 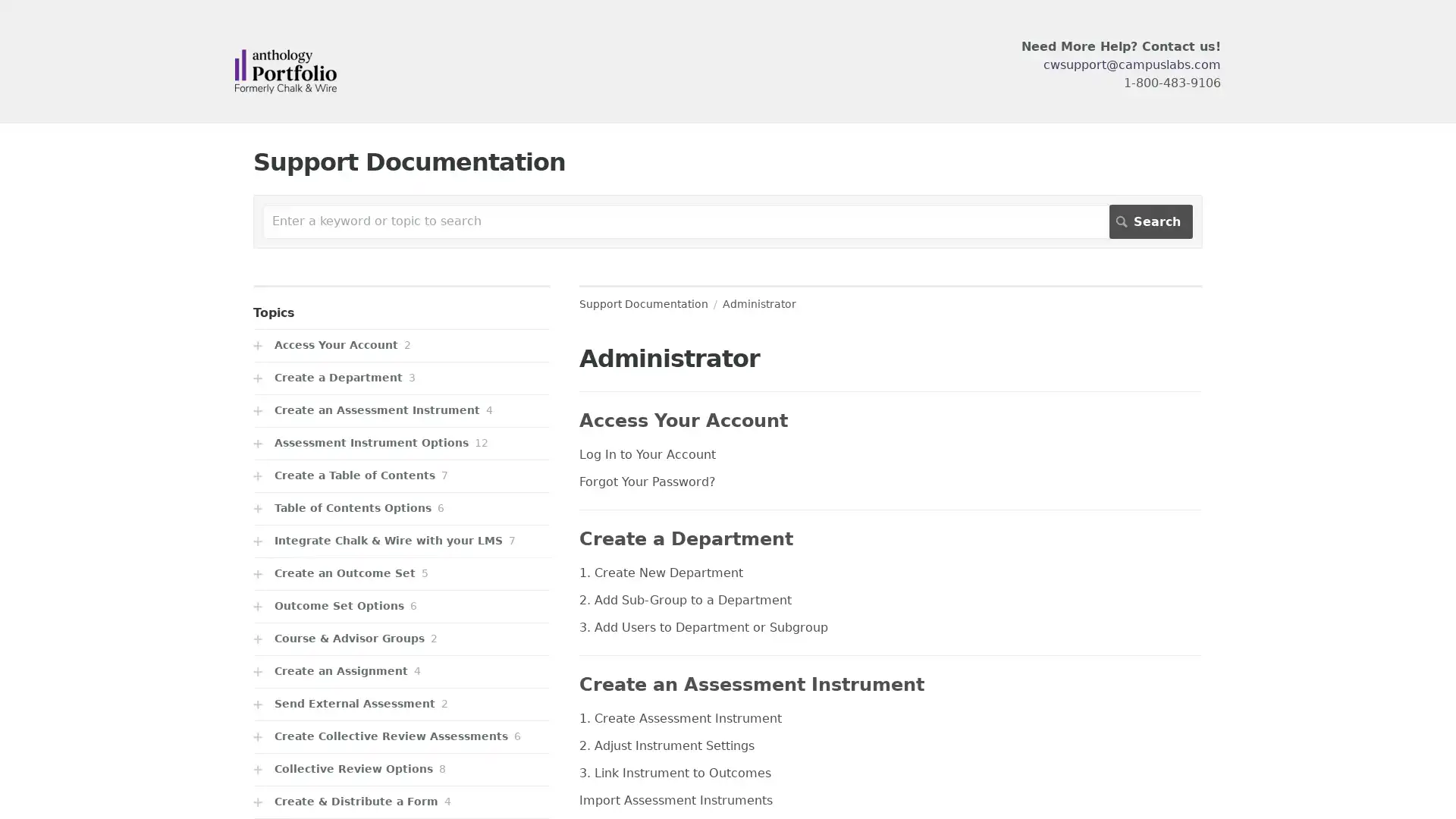 What do you see at coordinates (401, 475) in the screenshot?
I see `Create a Table of Contents 7` at bounding box center [401, 475].